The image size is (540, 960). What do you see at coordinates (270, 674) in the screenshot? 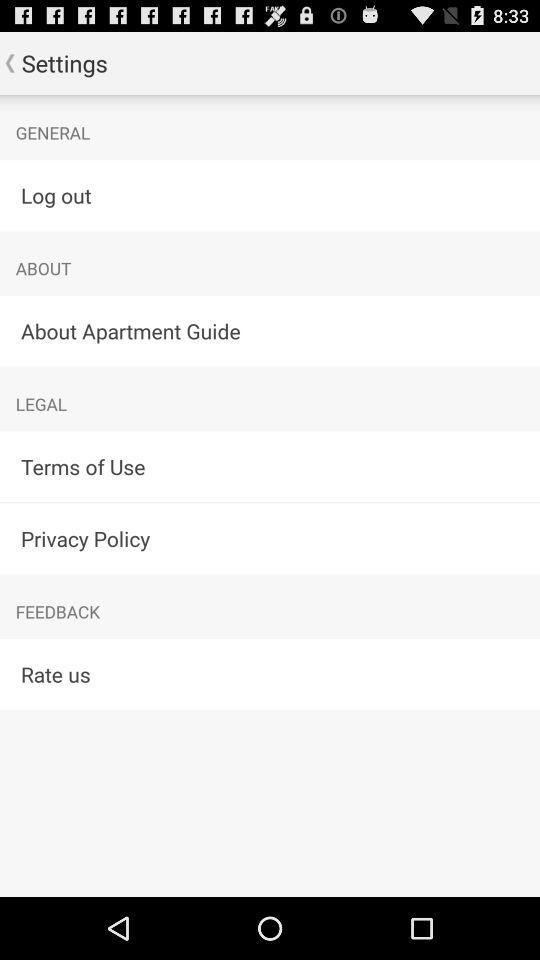
I see `app below the feedback item` at bounding box center [270, 674].